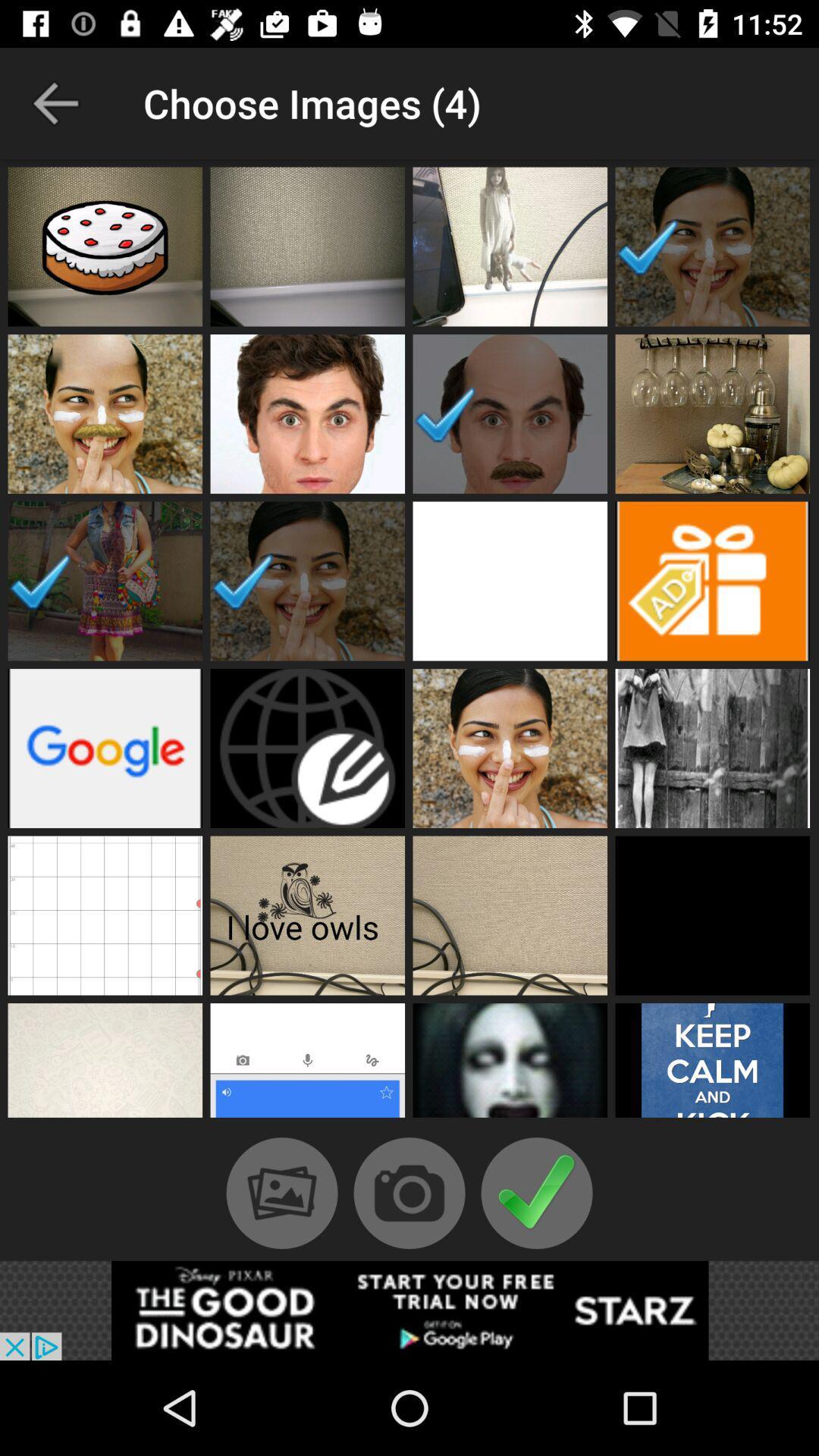  Describe the element at coordinates (510, 1063) in the screenshot. I see `include image in video` at that location.